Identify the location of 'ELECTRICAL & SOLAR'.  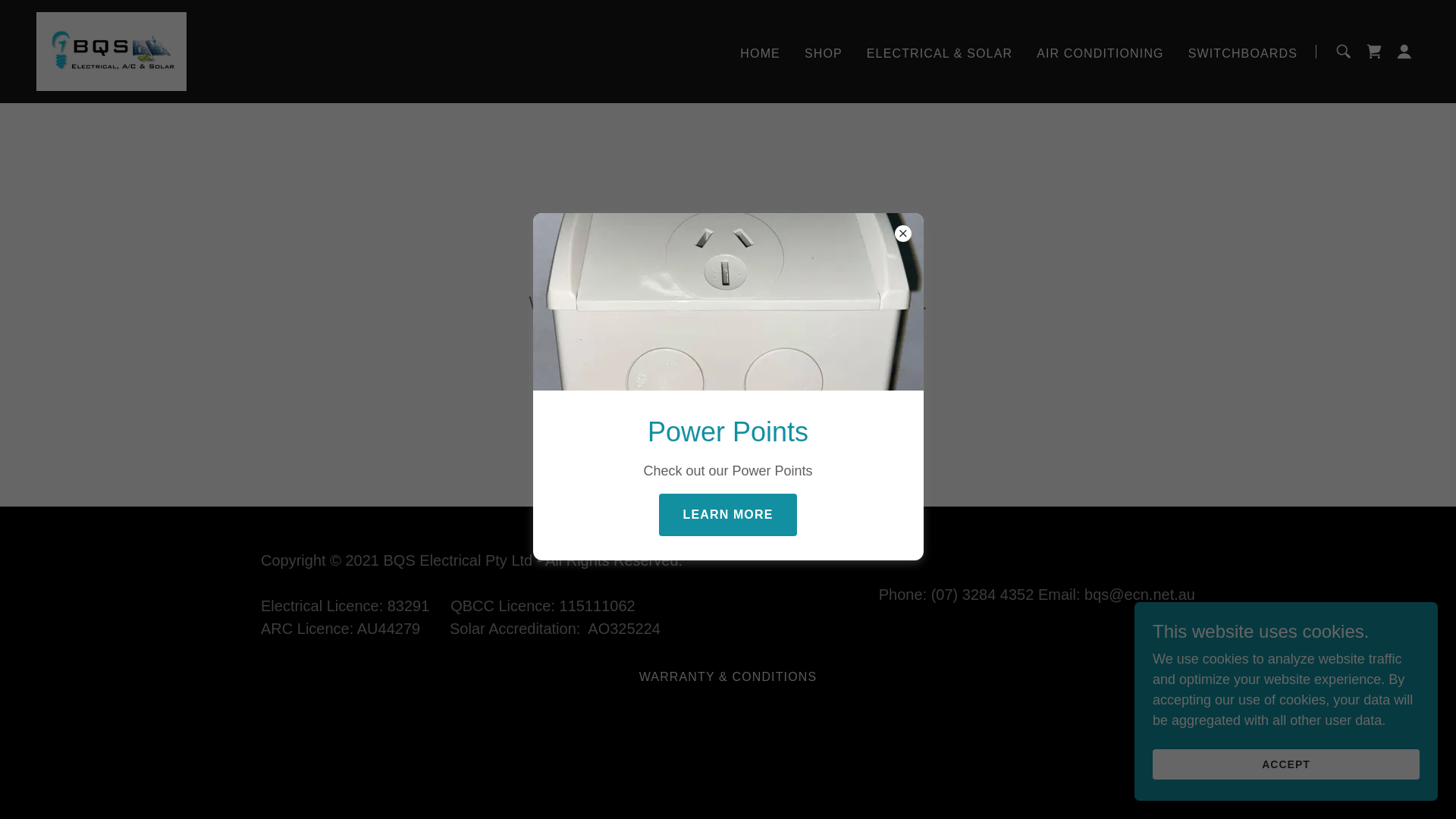
(938, 52).